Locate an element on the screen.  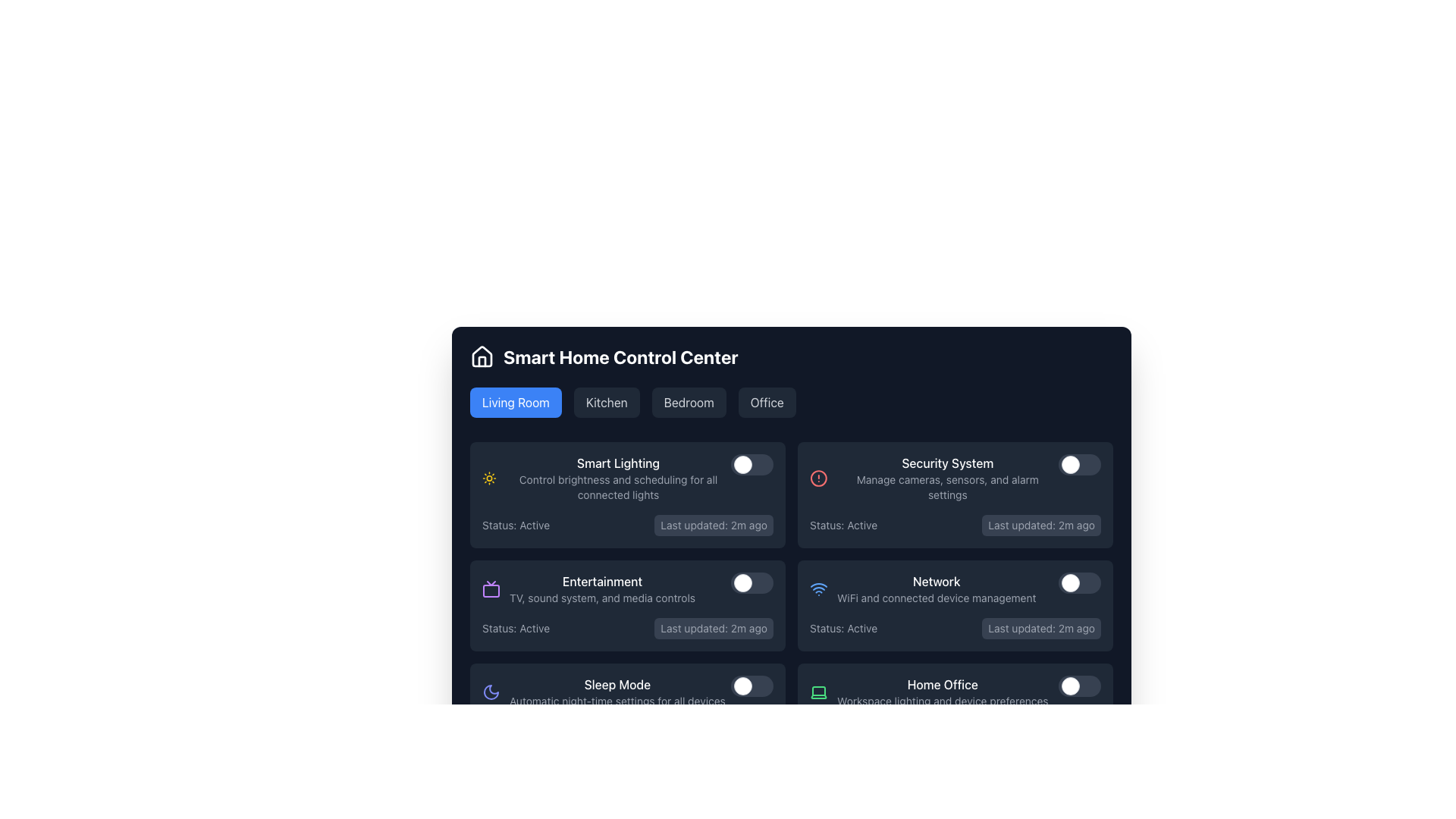
status 'Status: Active' and the timestamp 'Last updated: 2m ago' from the textual information element located in the lower-middle part of the 'Network' section, below the 'WiFi and connected device management' subtitle is located at coordinates (954, 629).